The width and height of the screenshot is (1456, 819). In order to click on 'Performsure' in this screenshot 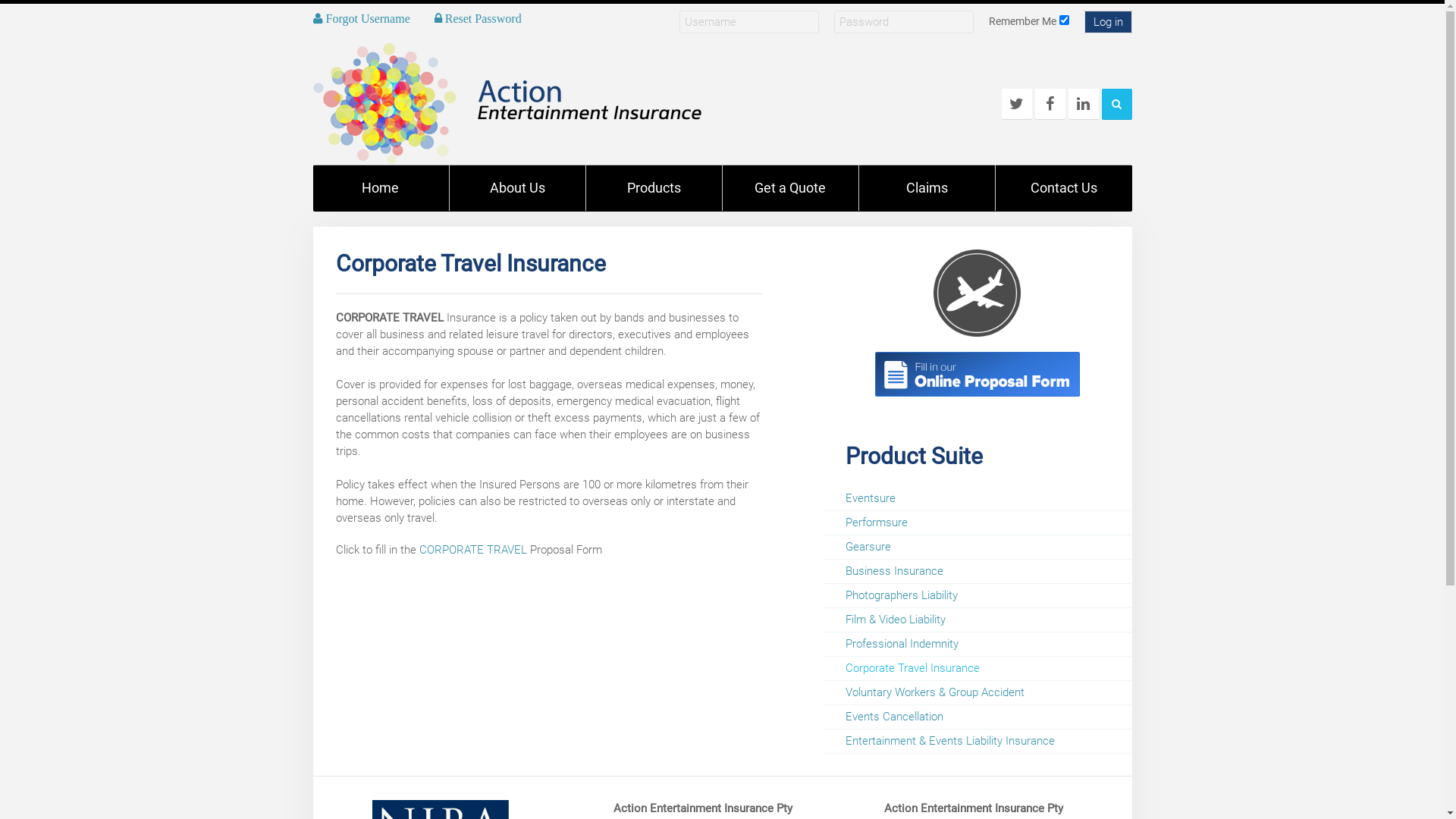, I will do `click(976, 522)`.